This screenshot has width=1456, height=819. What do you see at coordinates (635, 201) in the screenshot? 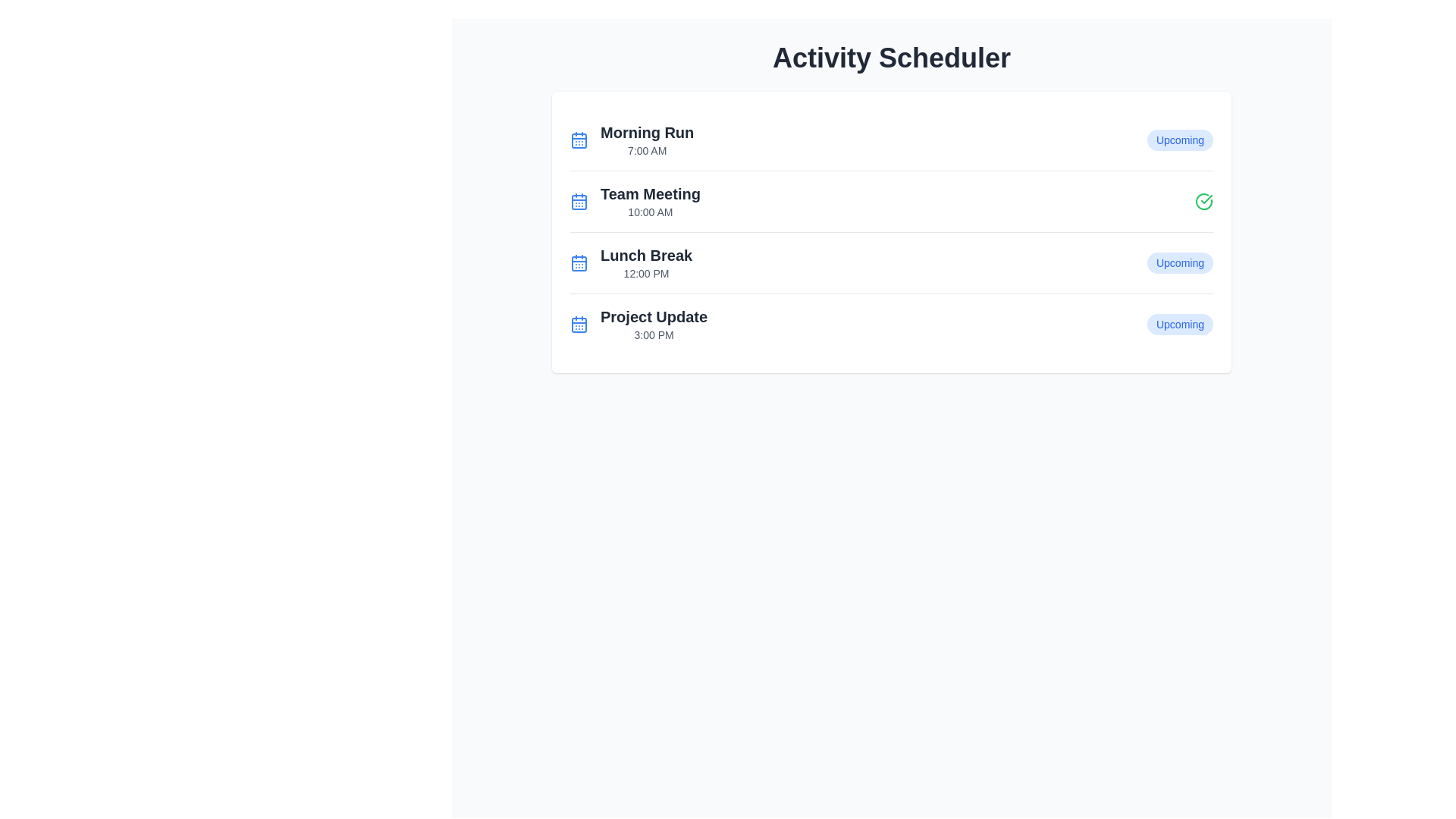
I see `the second event item, which is represented by a blue calendar icon and the title 'Team Meeting'` at bounding box center [635, 201].